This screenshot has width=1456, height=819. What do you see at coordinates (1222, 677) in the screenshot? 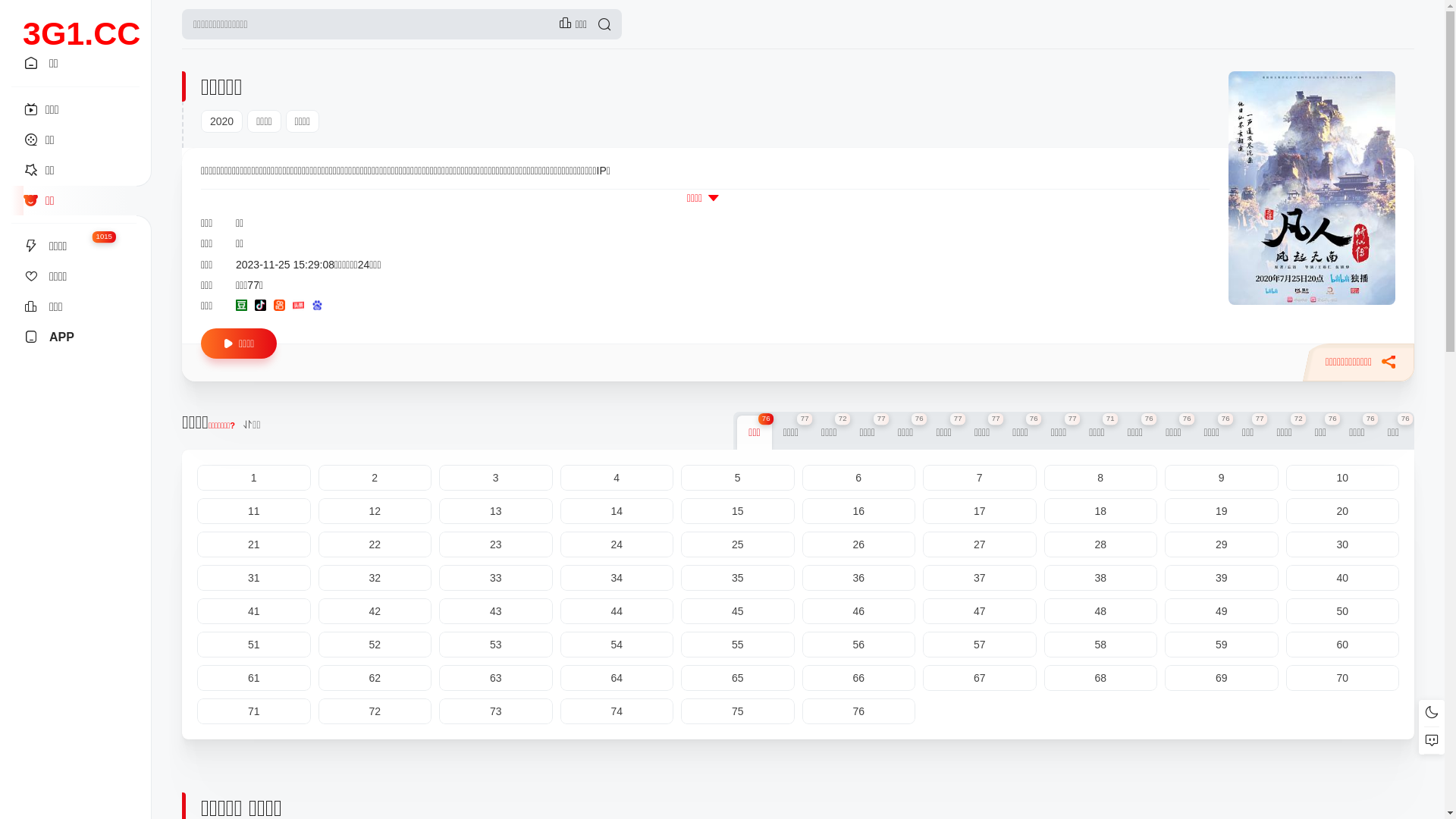
I see `'69'` at bounding box center [1222, 677].